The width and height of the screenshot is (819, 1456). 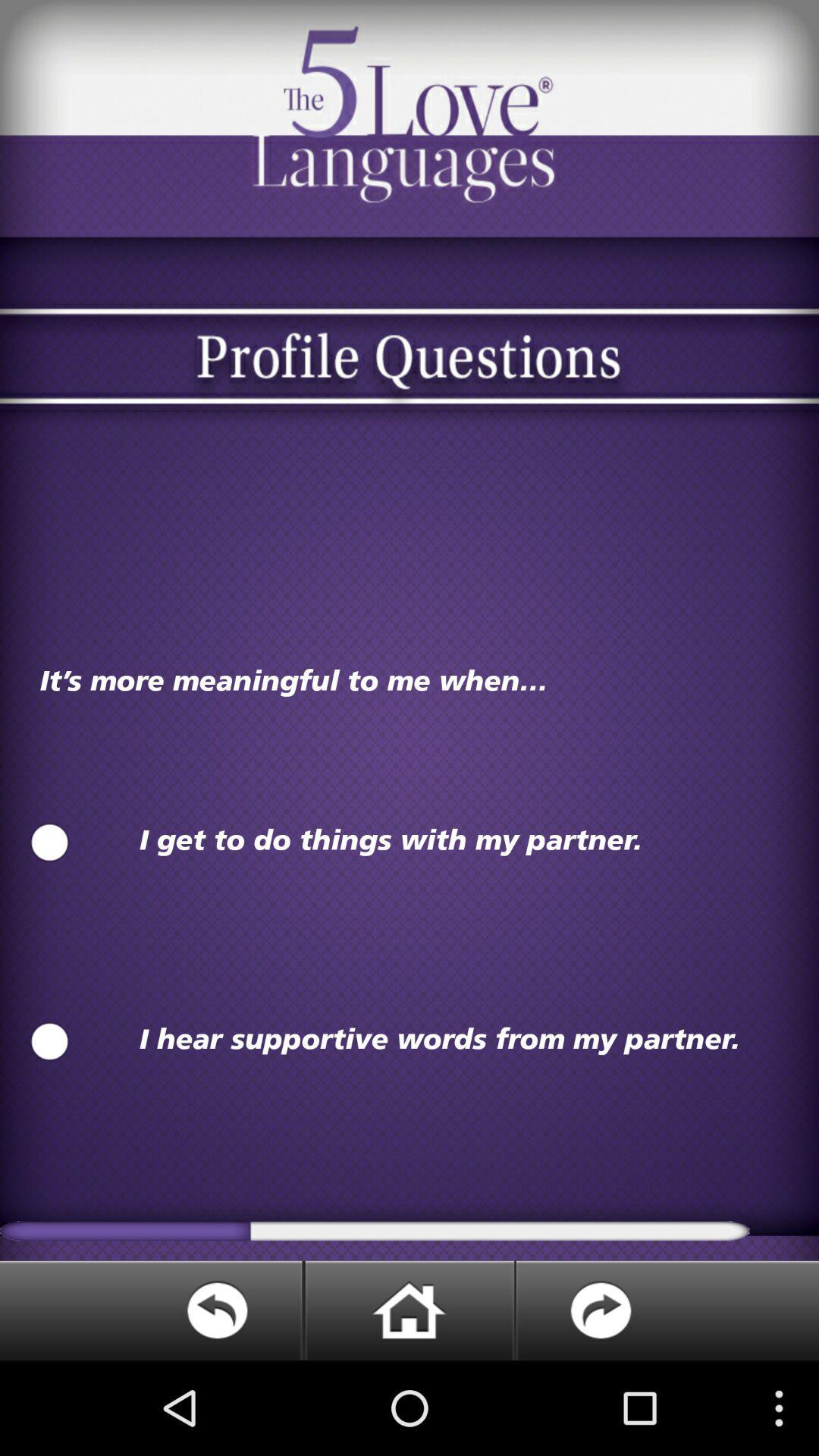 I want to click on home screen, so click(x=408, y=1310).